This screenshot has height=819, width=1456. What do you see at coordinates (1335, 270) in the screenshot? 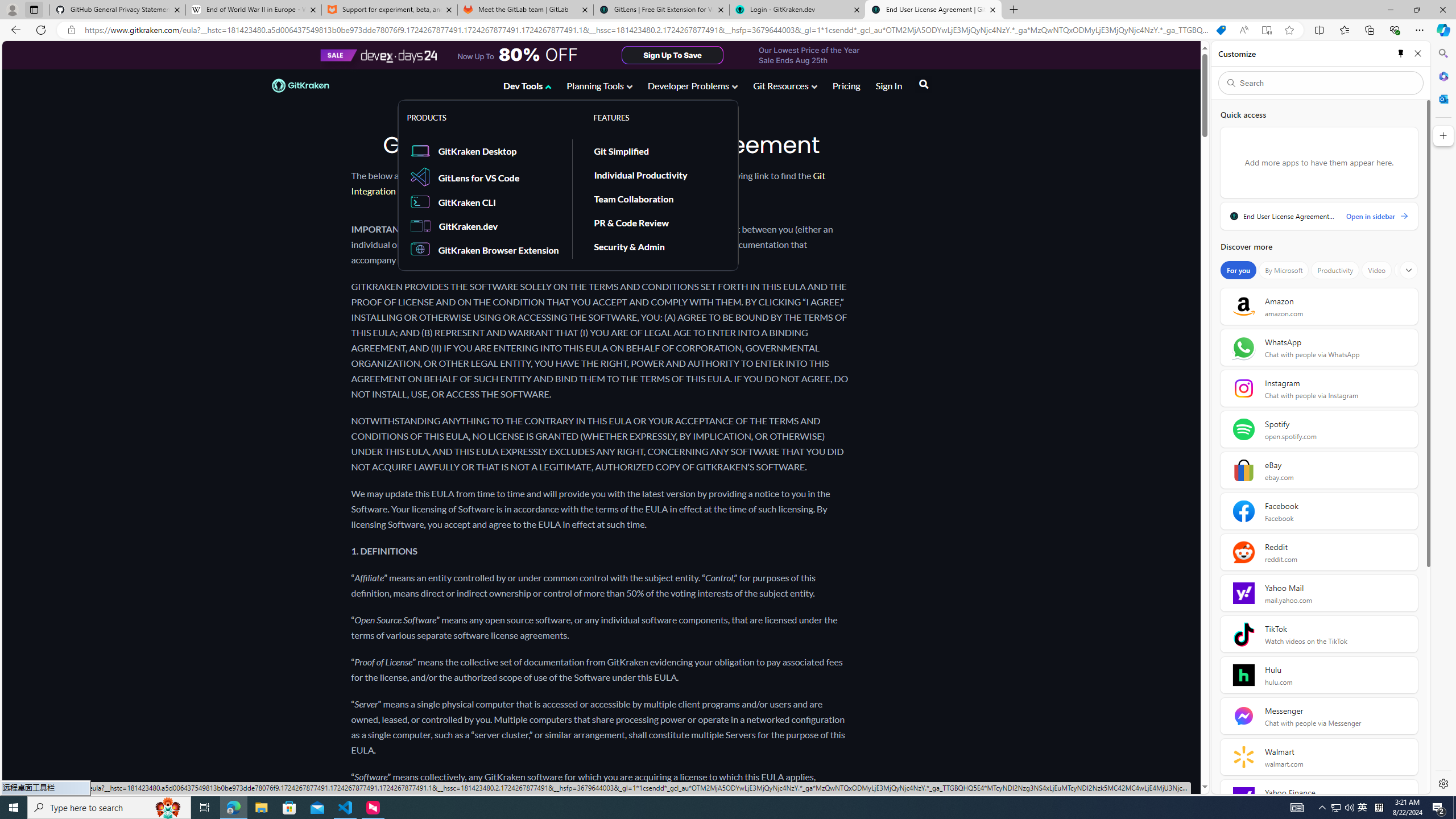
I see `'Productivity'` at bounding box center [1335, 270].